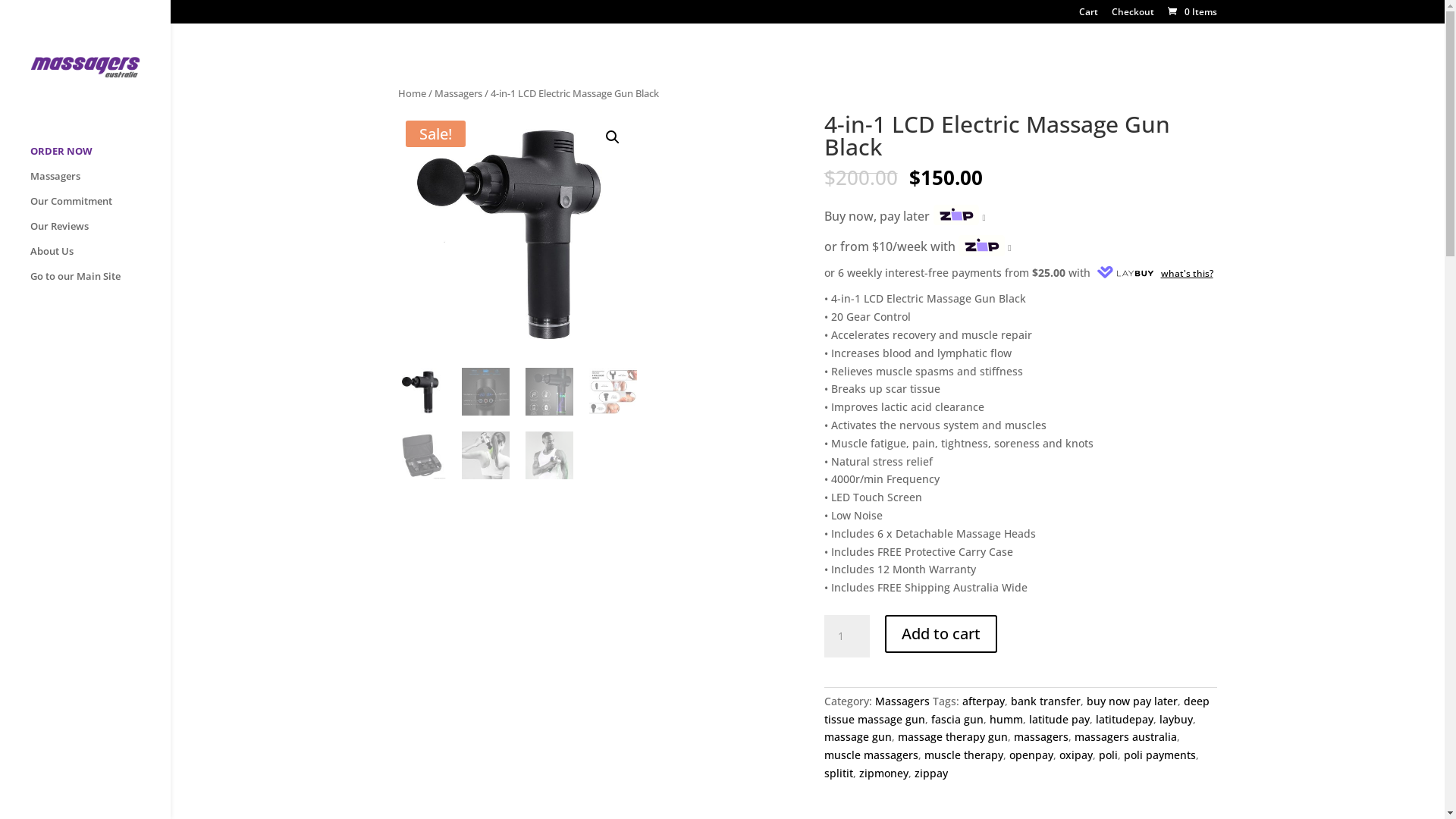  Describe the element at coordinates (1111, 15) in the screenshot. I see `'Checkout'` at that location.